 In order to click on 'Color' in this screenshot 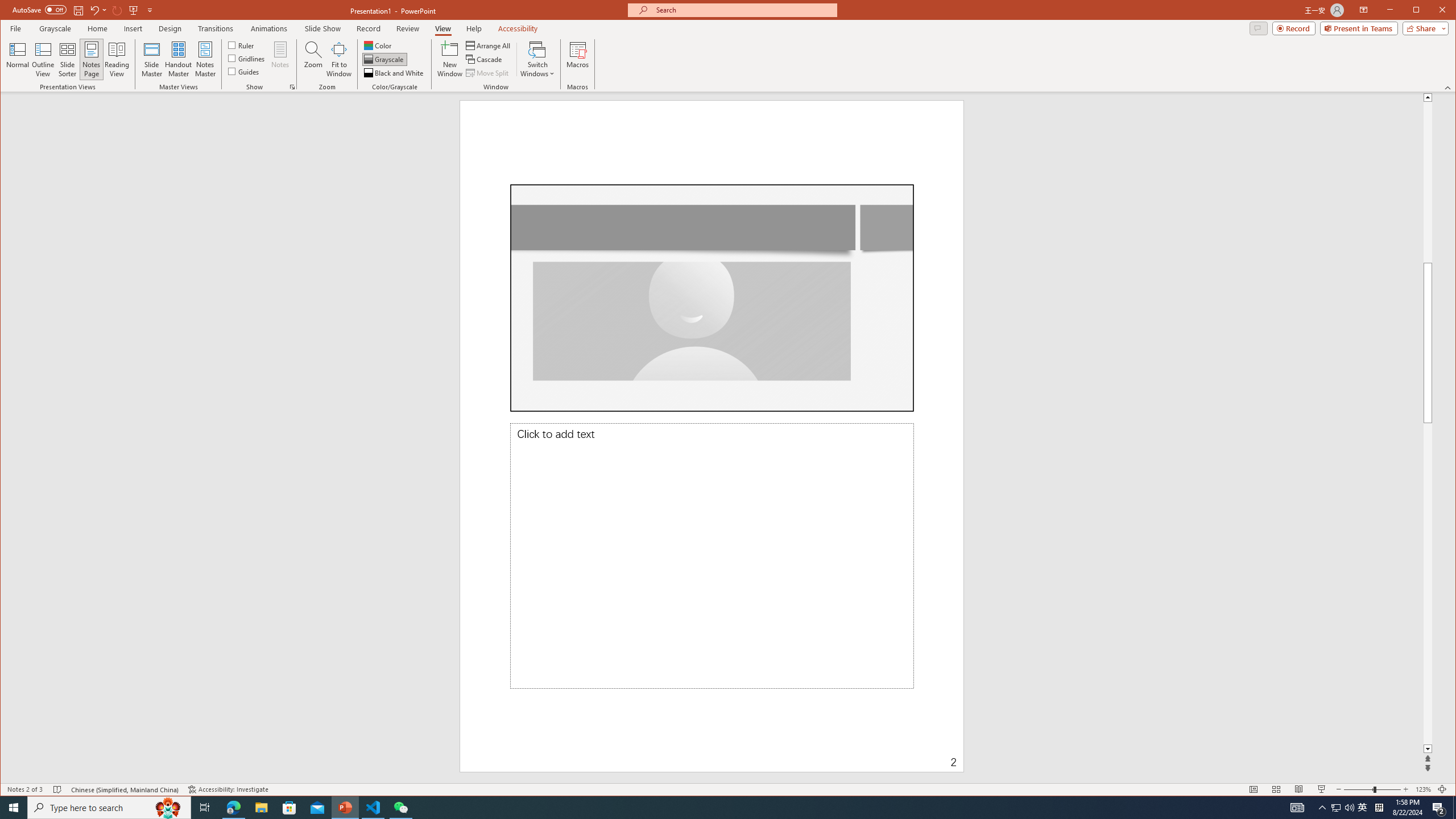, I will do `click(378, 45)`.